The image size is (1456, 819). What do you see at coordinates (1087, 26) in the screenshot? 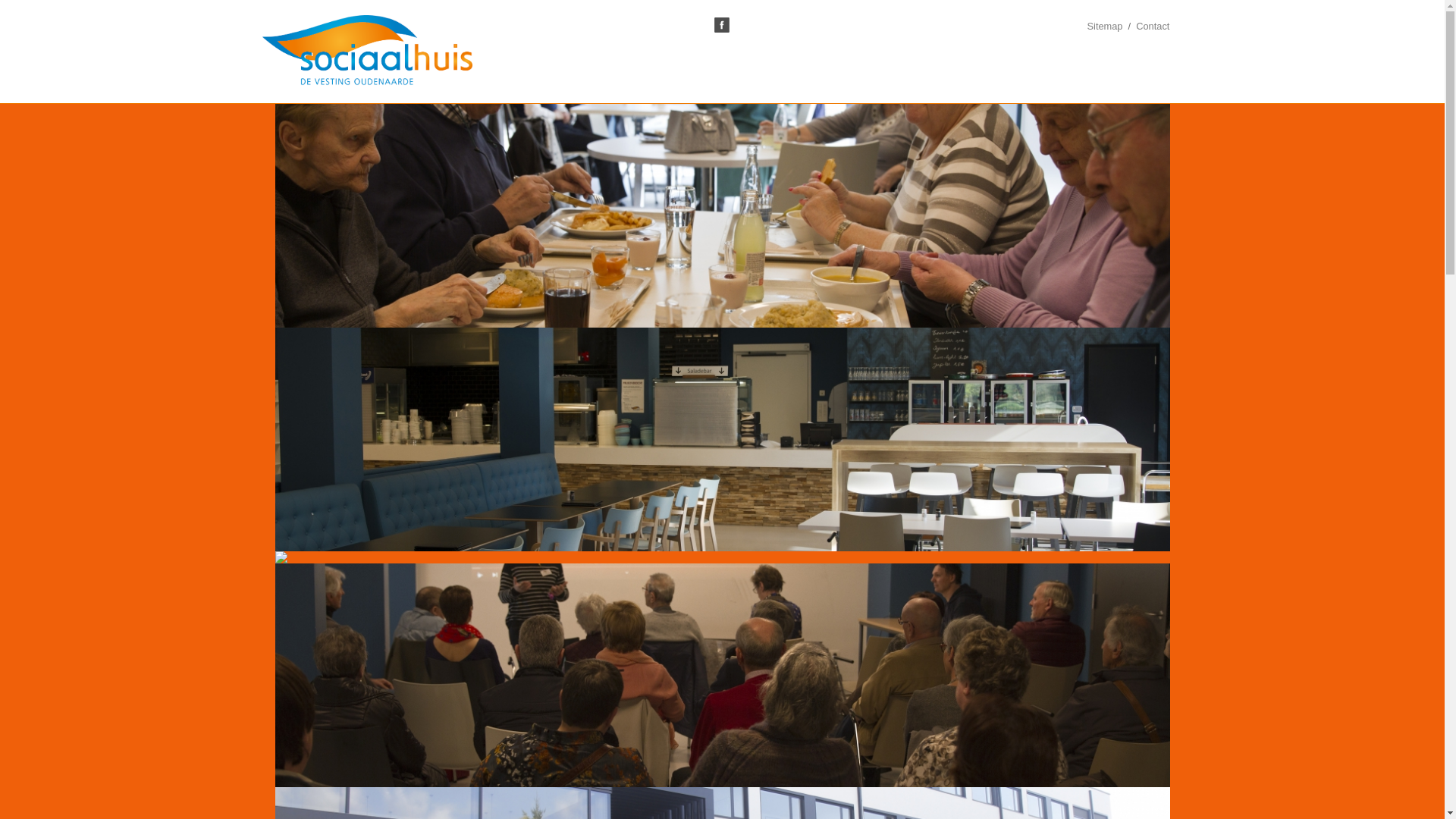
I see `'Sitemap'` at bounding box center [1087, 26].